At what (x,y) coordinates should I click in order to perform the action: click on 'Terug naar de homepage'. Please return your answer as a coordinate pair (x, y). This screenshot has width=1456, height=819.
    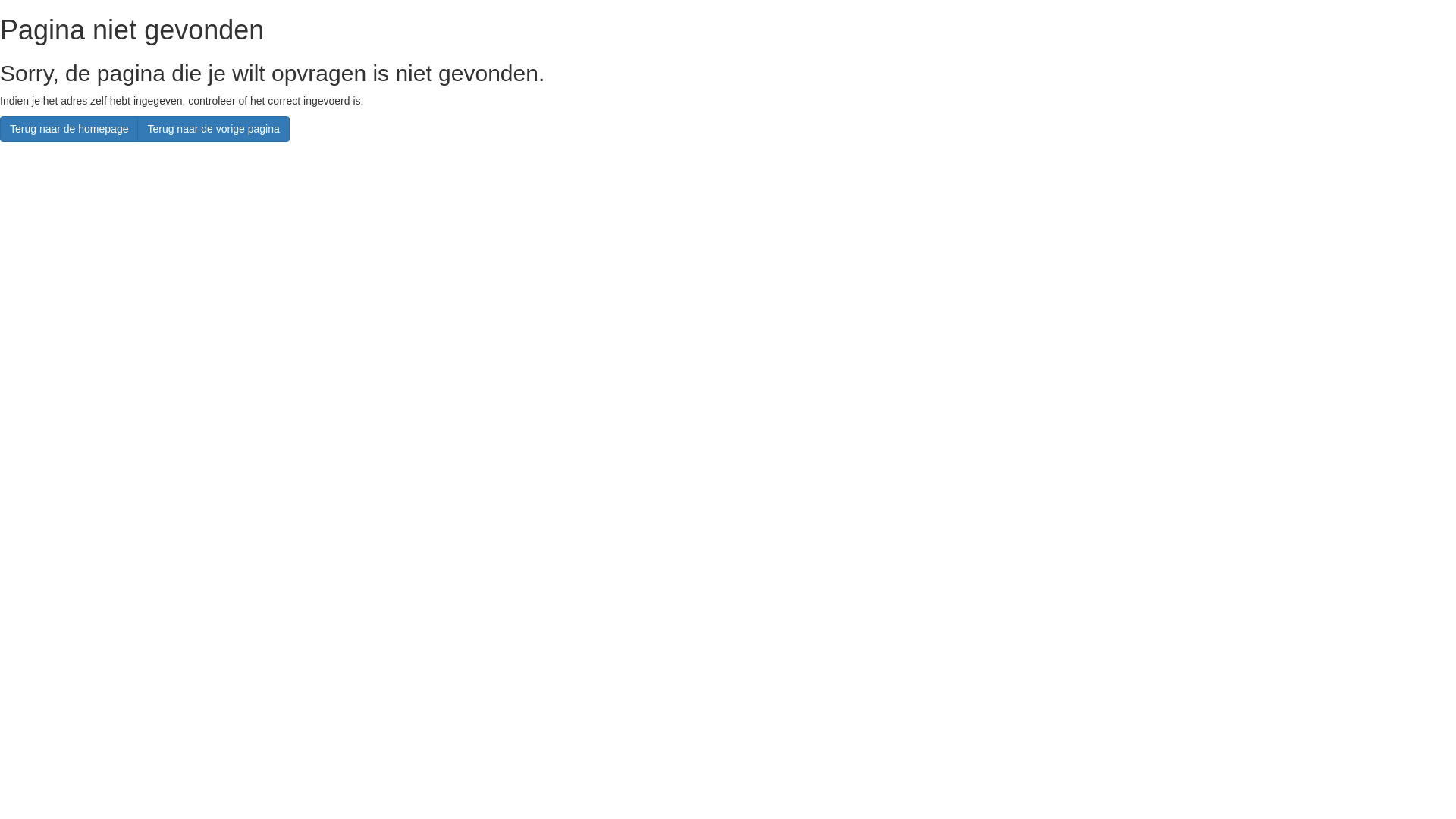
    Looking at the image, I should click on (68, 127).